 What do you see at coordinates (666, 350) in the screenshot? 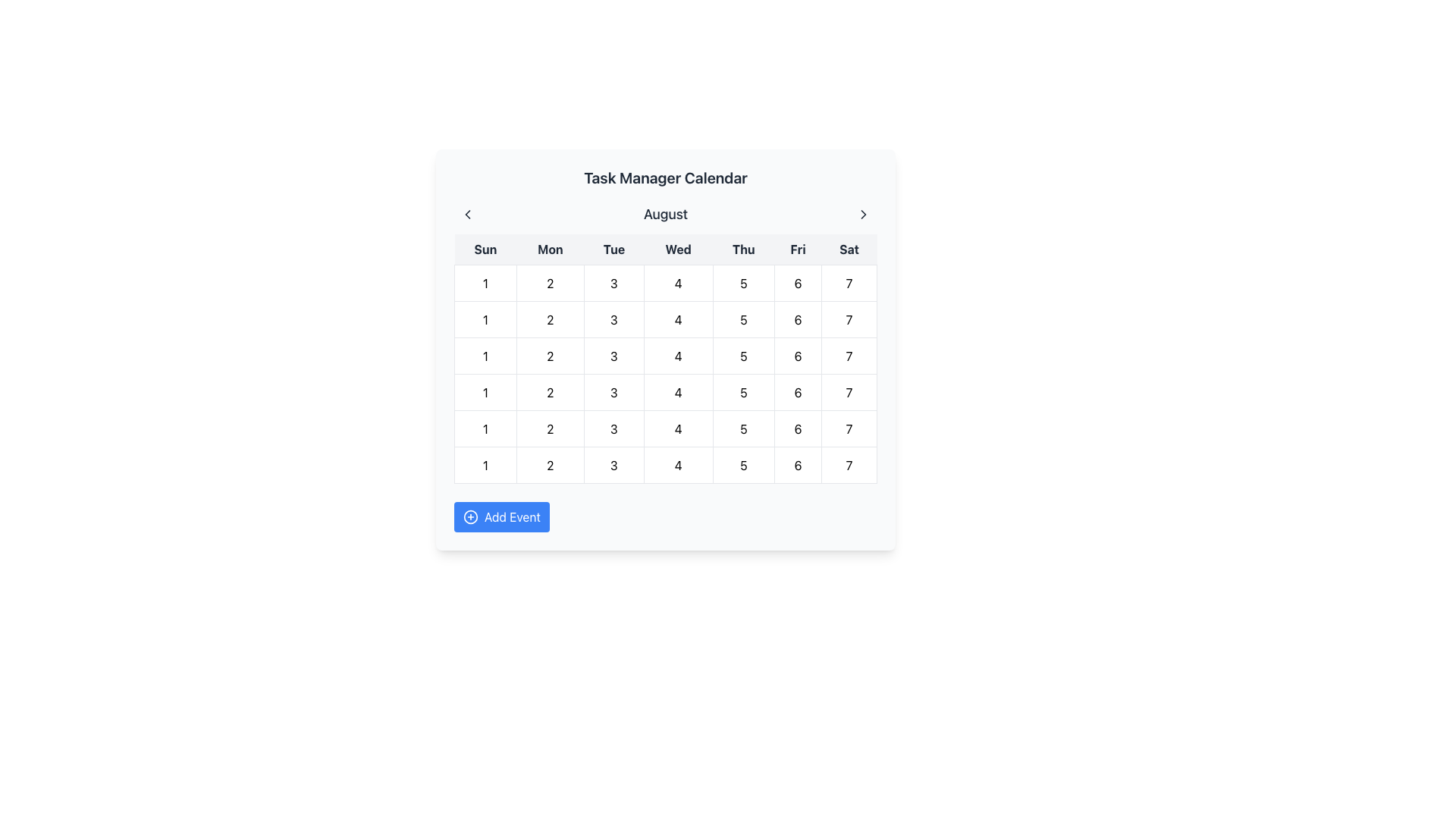
I see `a date within the 'Task Manager Calendar'` at bounding box center [666, 350].